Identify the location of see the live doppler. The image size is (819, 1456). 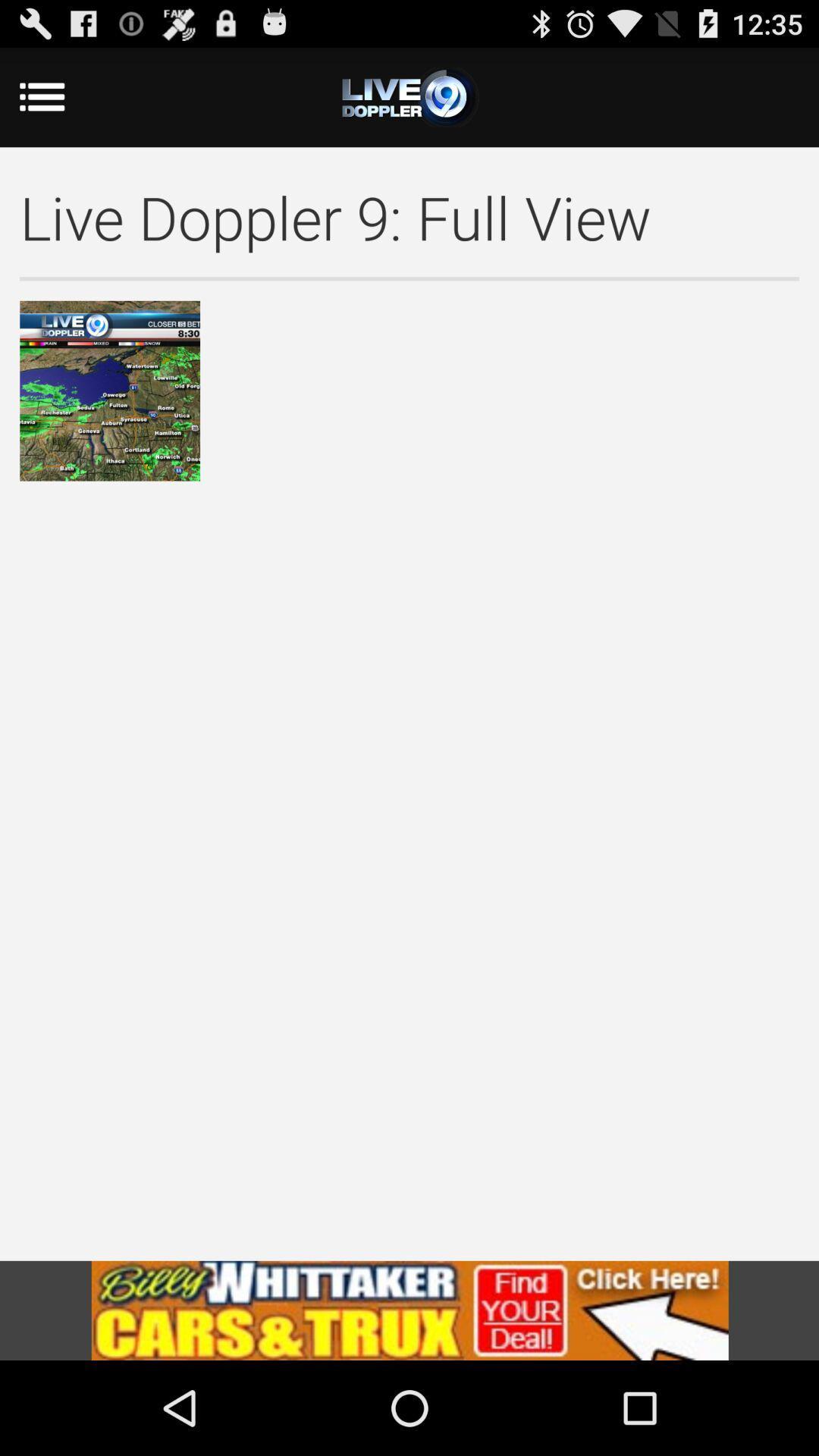
(409, 96).